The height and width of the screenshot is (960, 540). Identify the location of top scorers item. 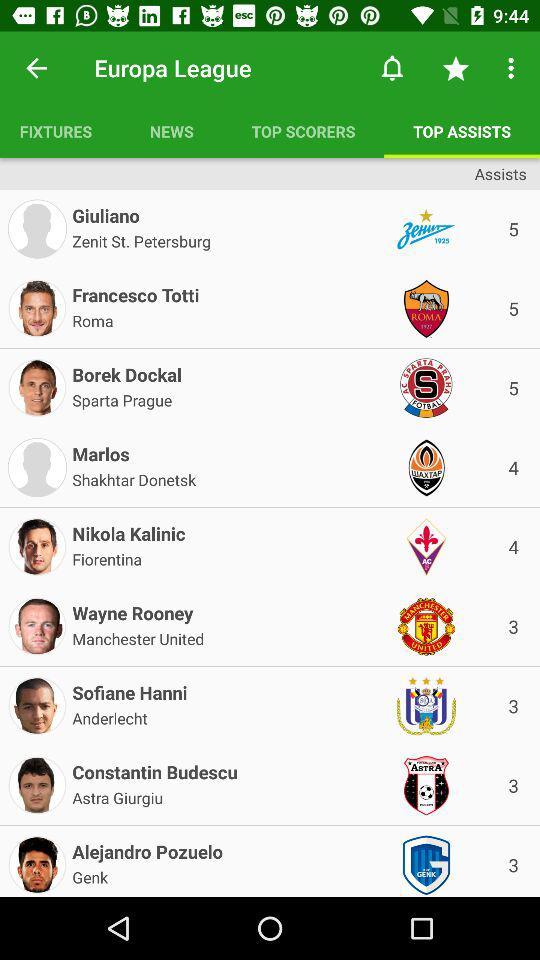
(302, 130).